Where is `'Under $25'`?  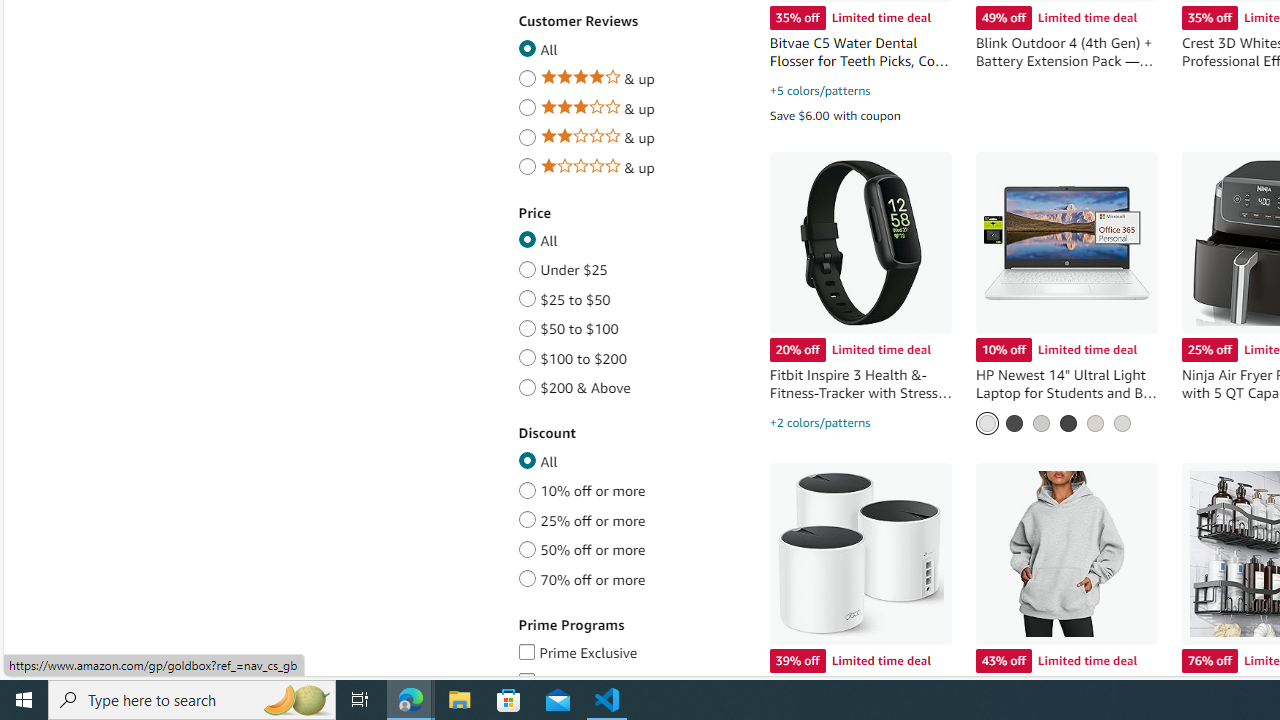 'Under $25' is located at coordinates (527, 265).